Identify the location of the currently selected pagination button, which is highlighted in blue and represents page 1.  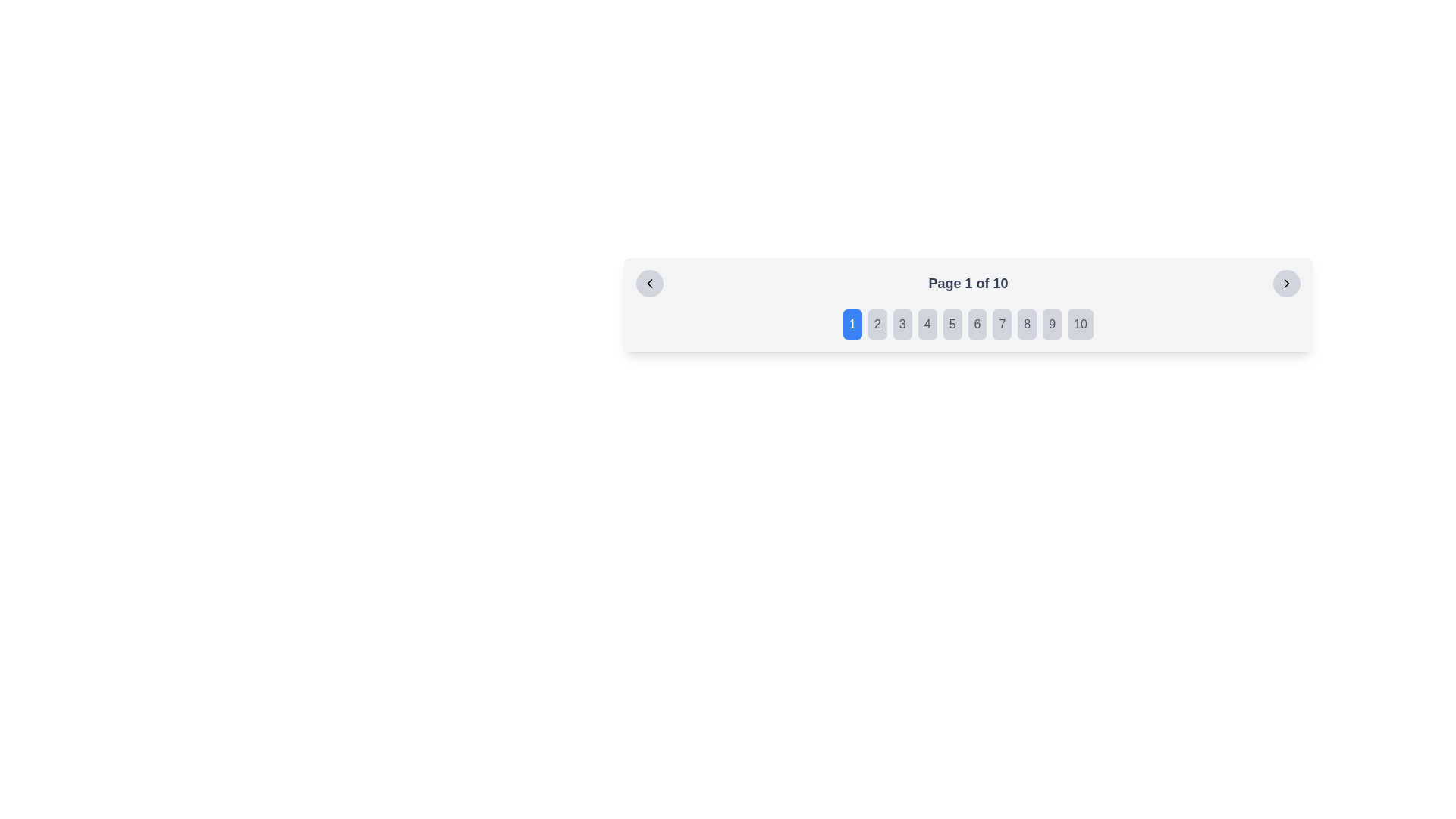
(967, 324).